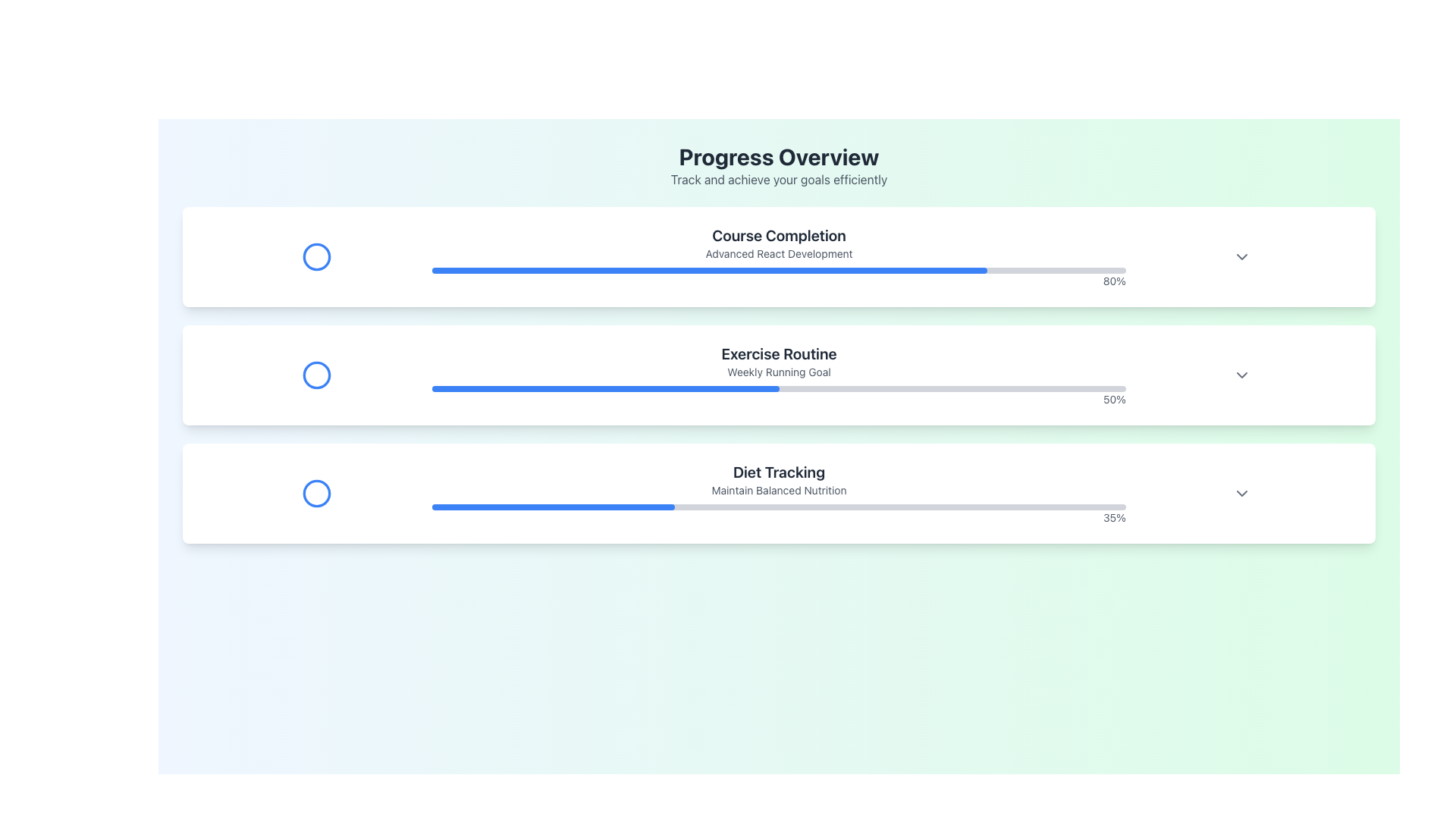 The height and width of the screenshot is (819, 1456). Describe the element at coordinates (709, 270) in the screenshot. I see `the blue progress bar indicating 80% completion of the 'Course Completion' task under the title 'Advanced React Development'` at that location.